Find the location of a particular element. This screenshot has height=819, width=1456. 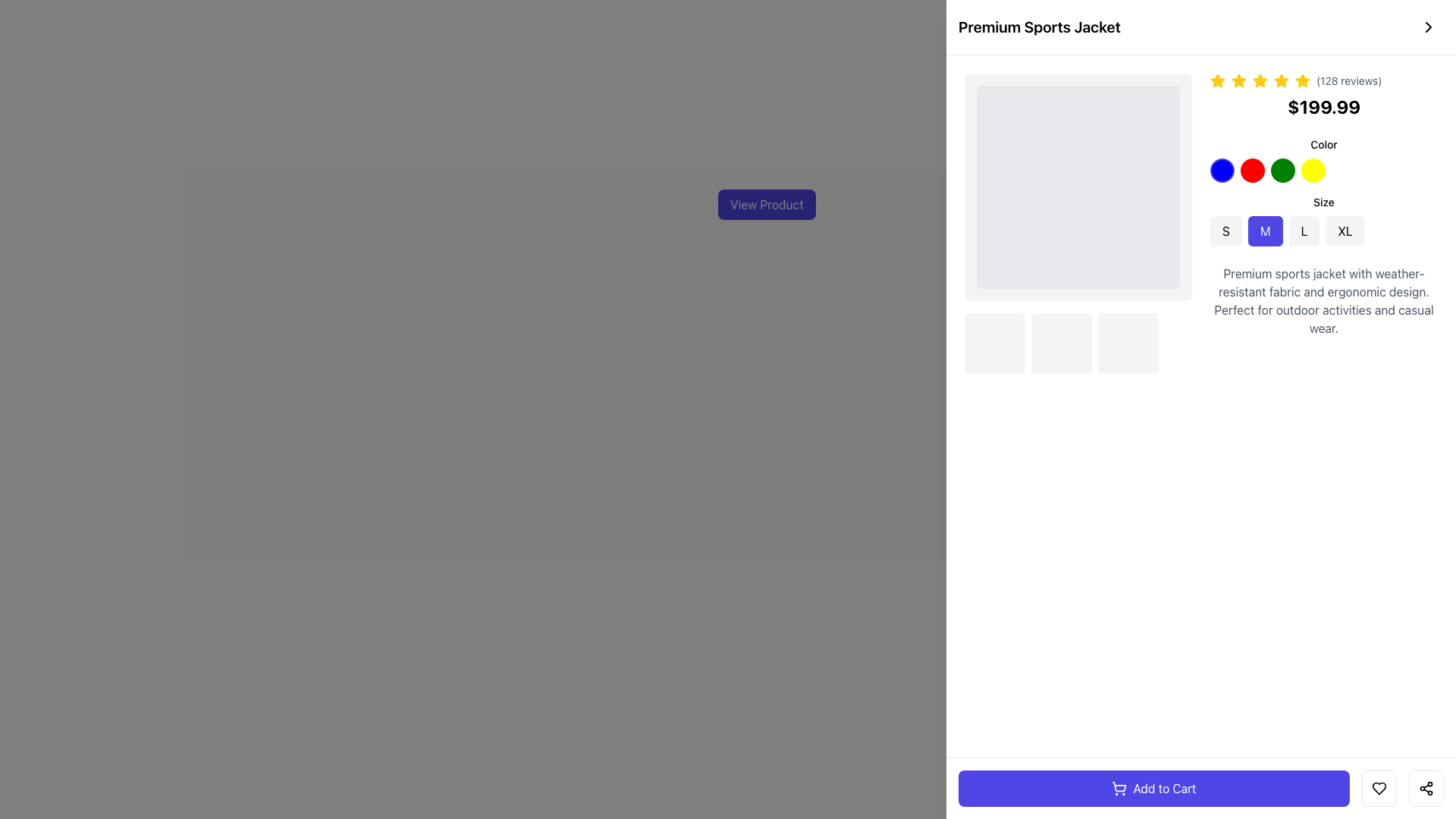

the size button in the Option selector located under the 'Color' section of the user interface is located at coordinates (1323, 220).